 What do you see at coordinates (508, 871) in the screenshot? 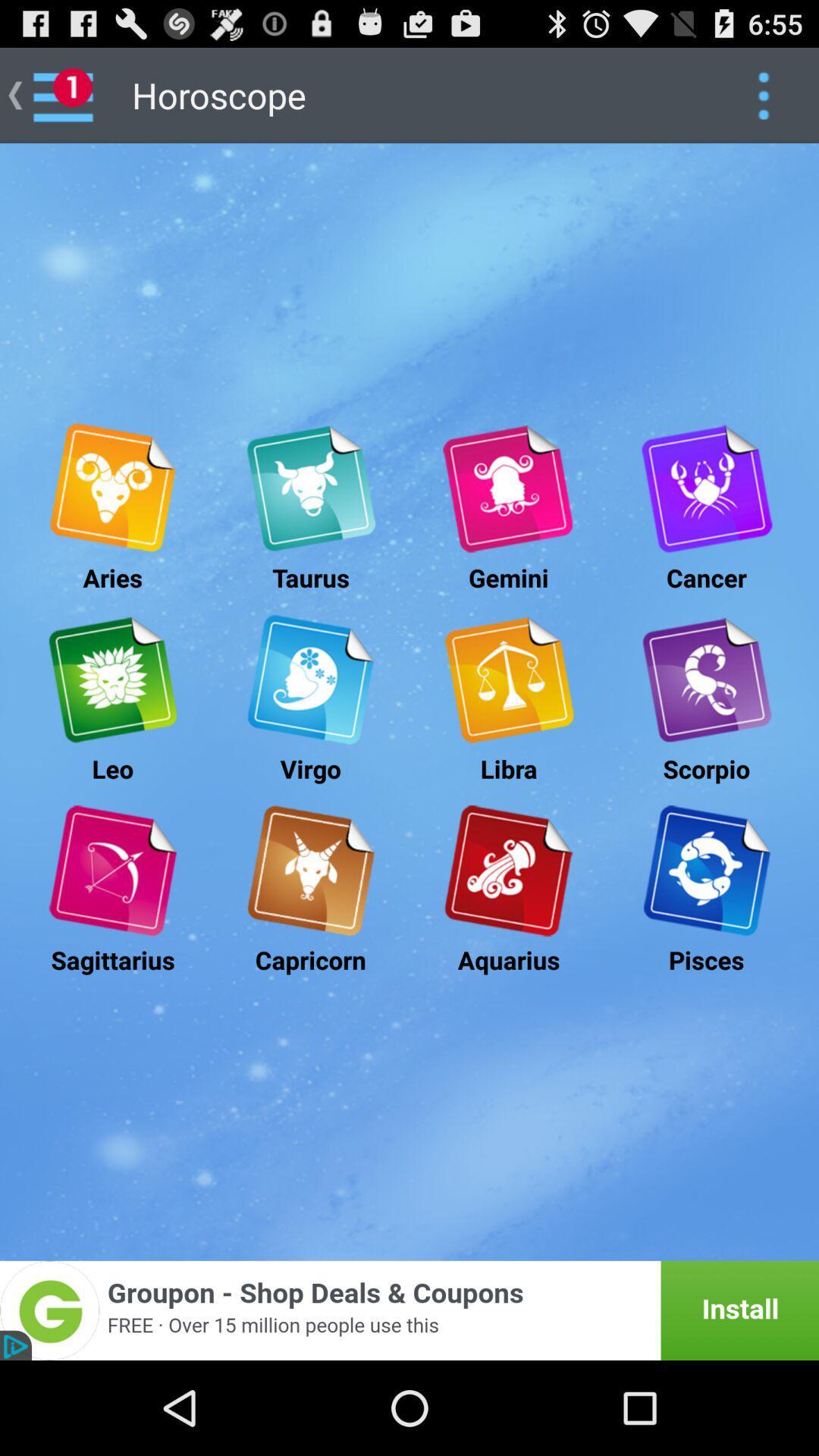
I see `advertisement` at bounding box center [508, 871].